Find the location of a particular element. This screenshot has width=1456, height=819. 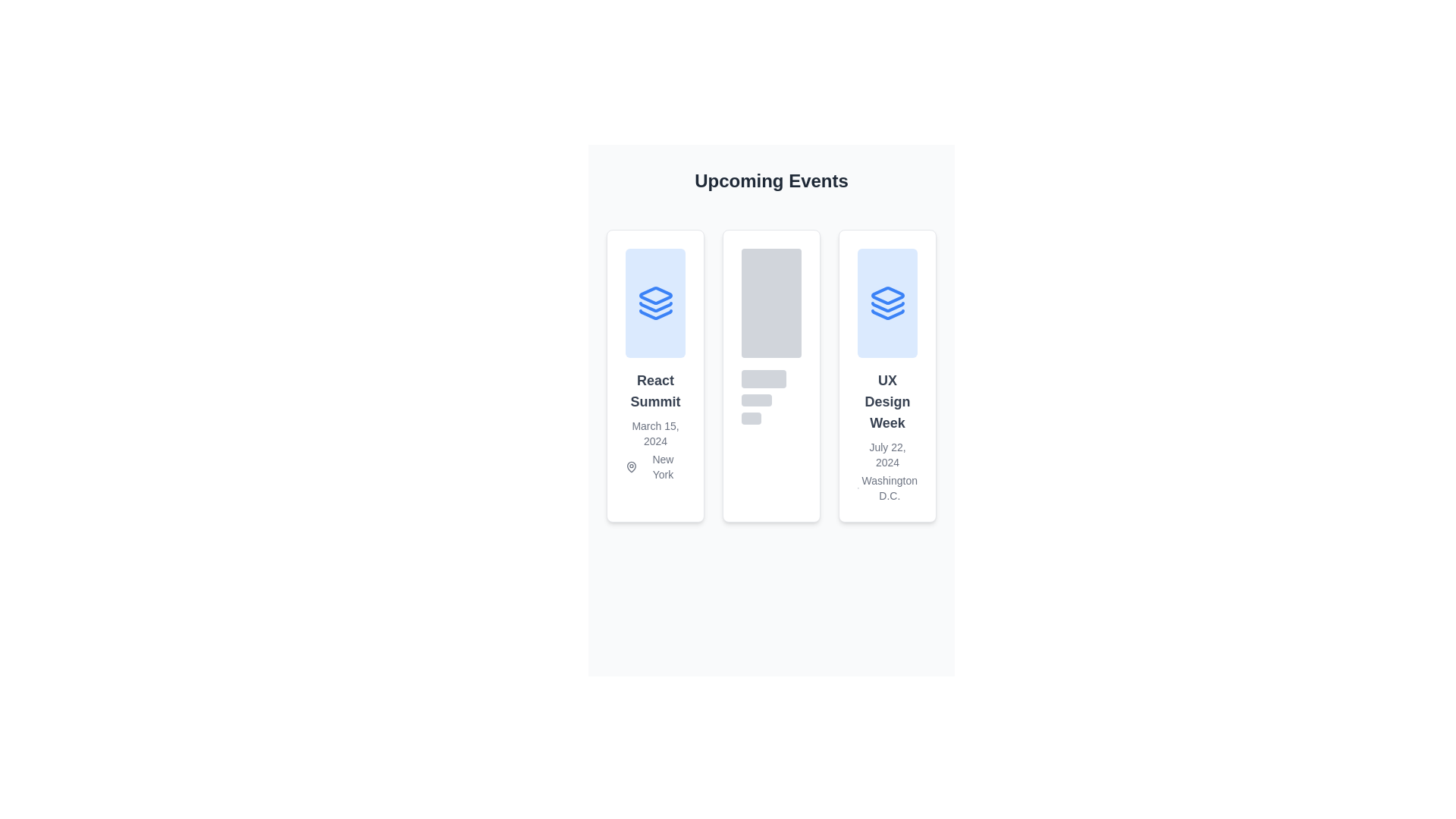

the text label displaying 'Washington D.C.' located in the rightmost card under 'UX Design Week' is located at coordinates (887, 488).